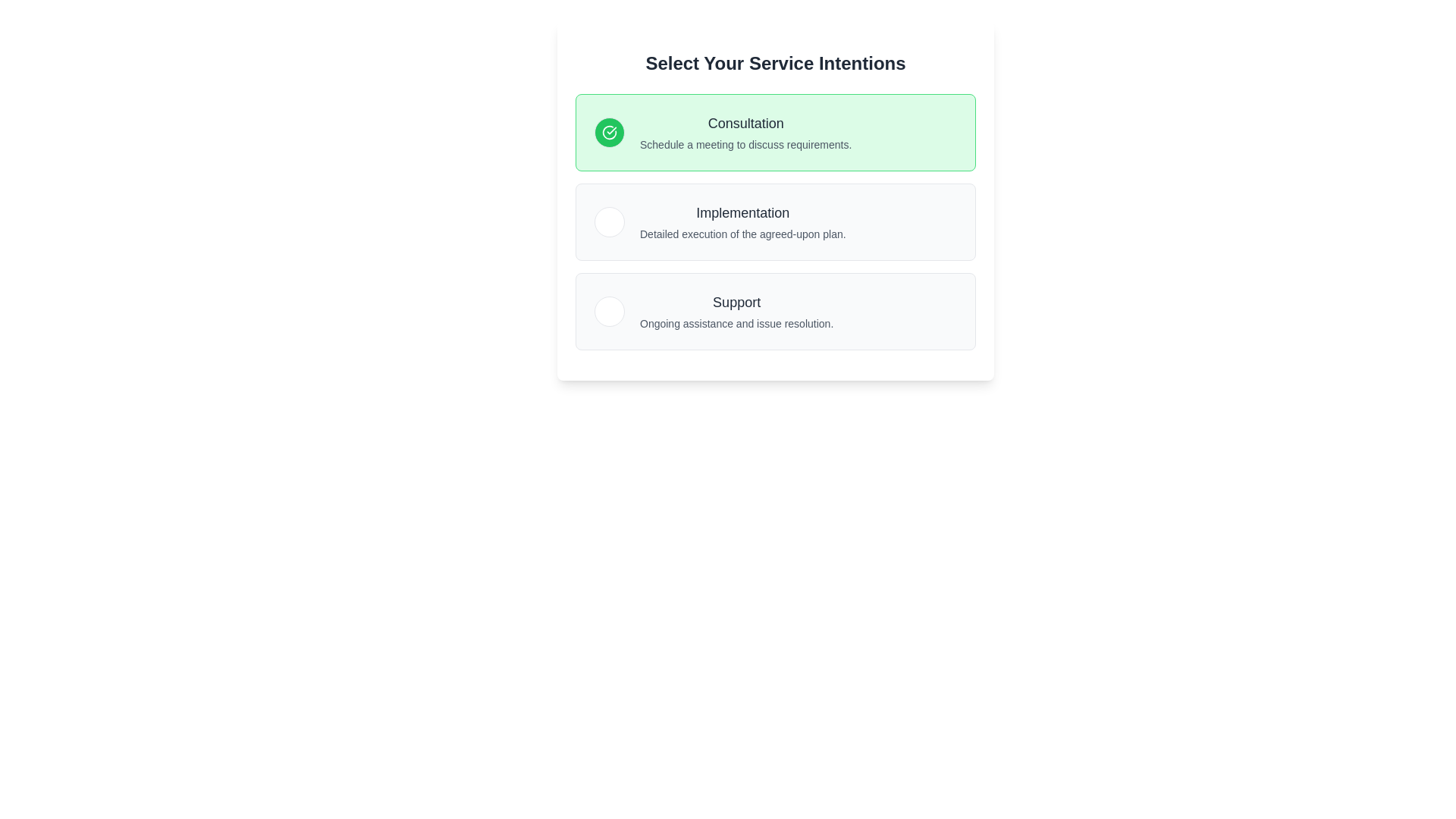 This screenshot has height=819, width=1456. Describe the element at coordinates (610, 131) in the screenshot. I see `the circular green button with a white checkmark icon located to the left of the 'Consultation' section` at that location.